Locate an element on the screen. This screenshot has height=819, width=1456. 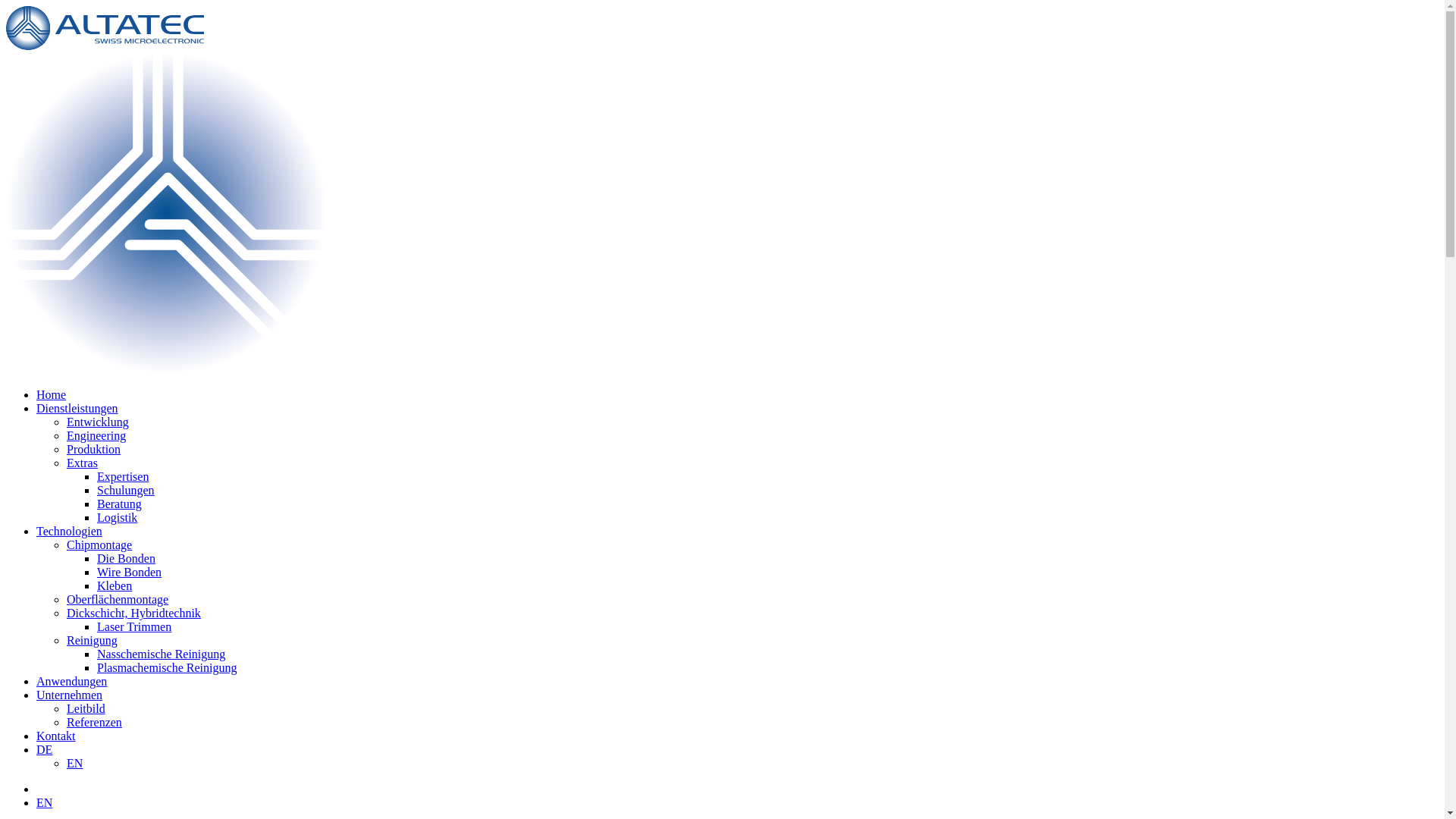
'Engineering' is located at coordinates (95, 435).